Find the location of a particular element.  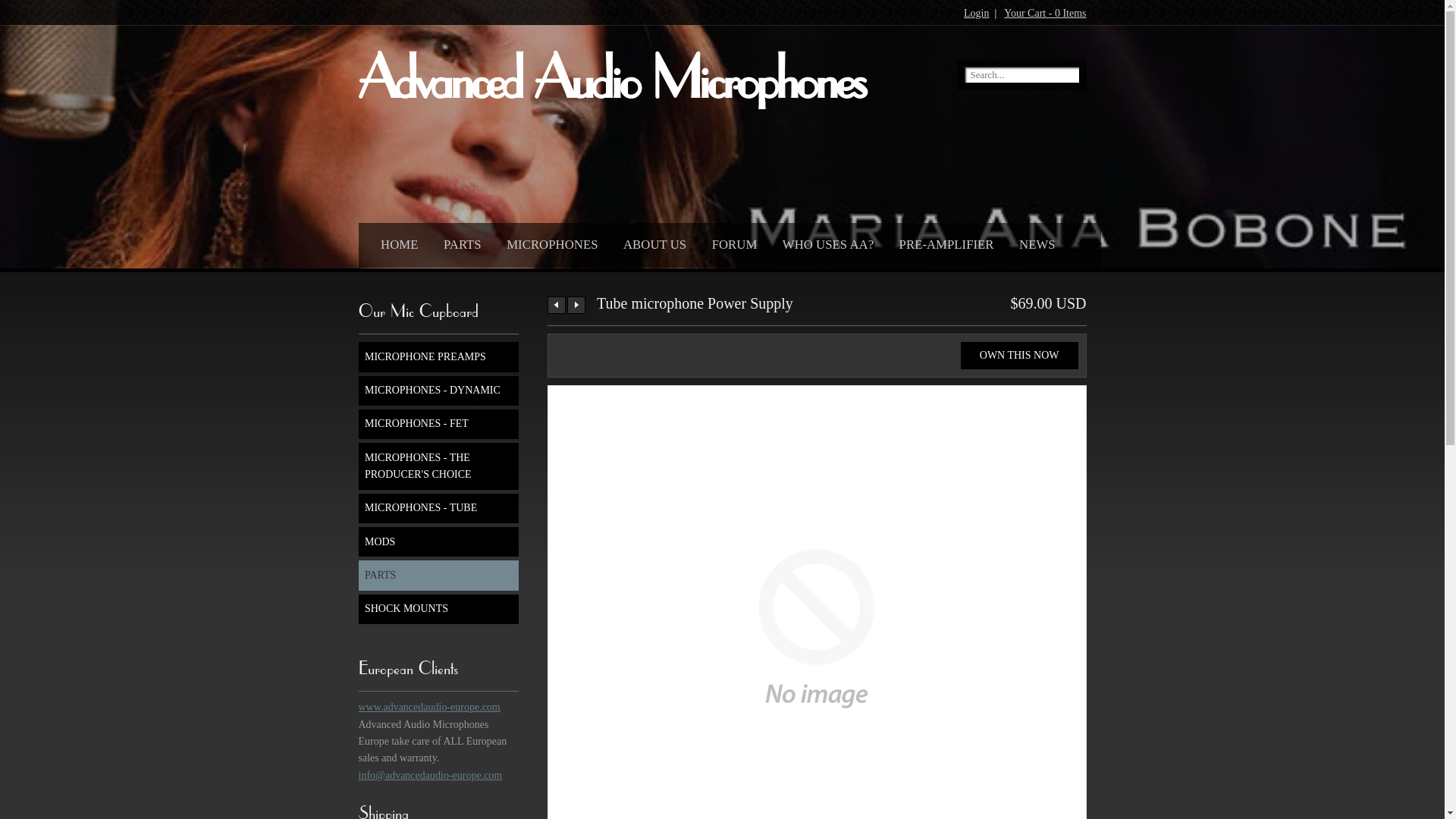

'ABOUT US' is located at coordinates (651, 241).